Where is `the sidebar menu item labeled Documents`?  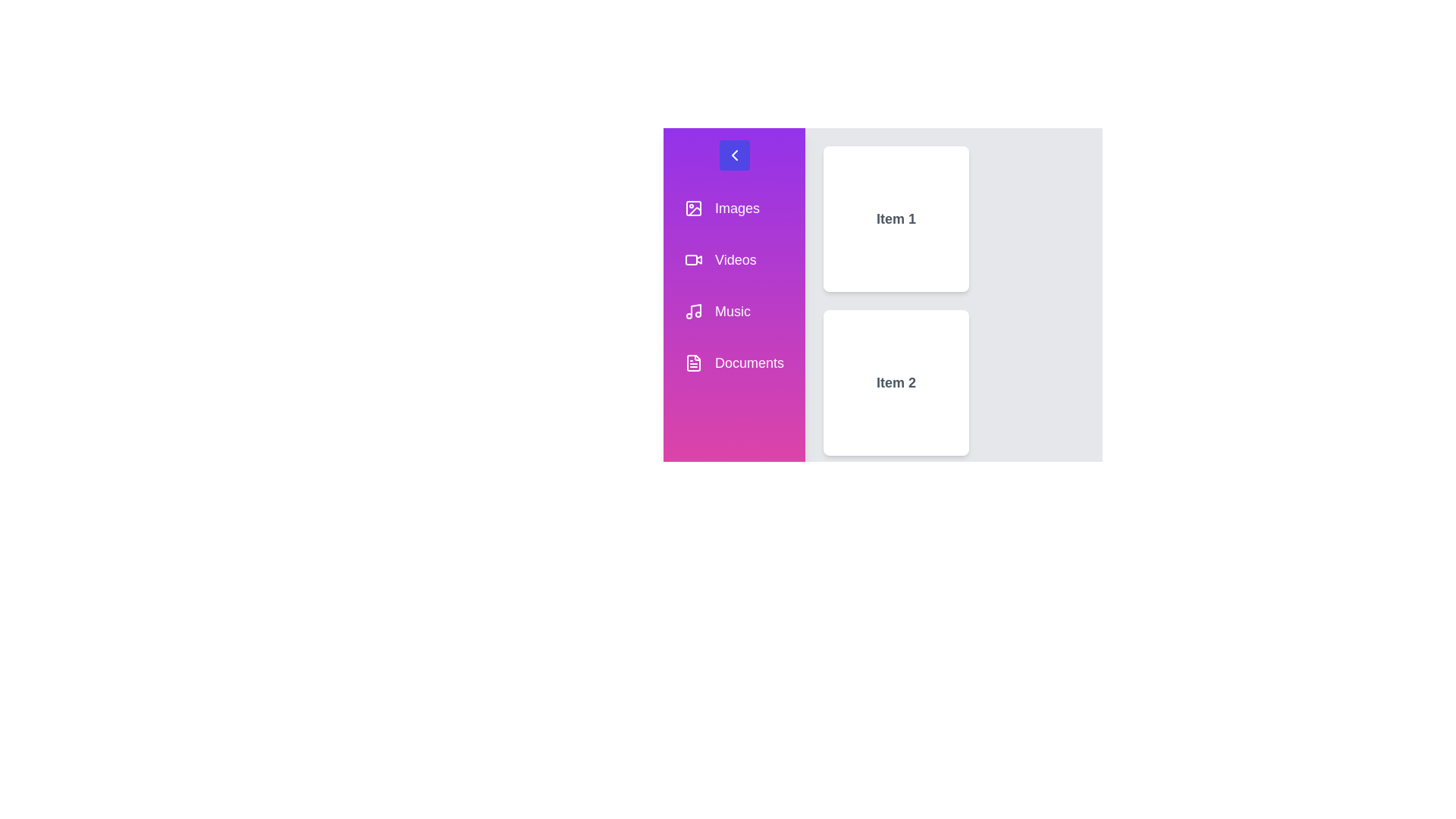 the sidebar menu item labeled Documents is located at coordinates (734, 362).